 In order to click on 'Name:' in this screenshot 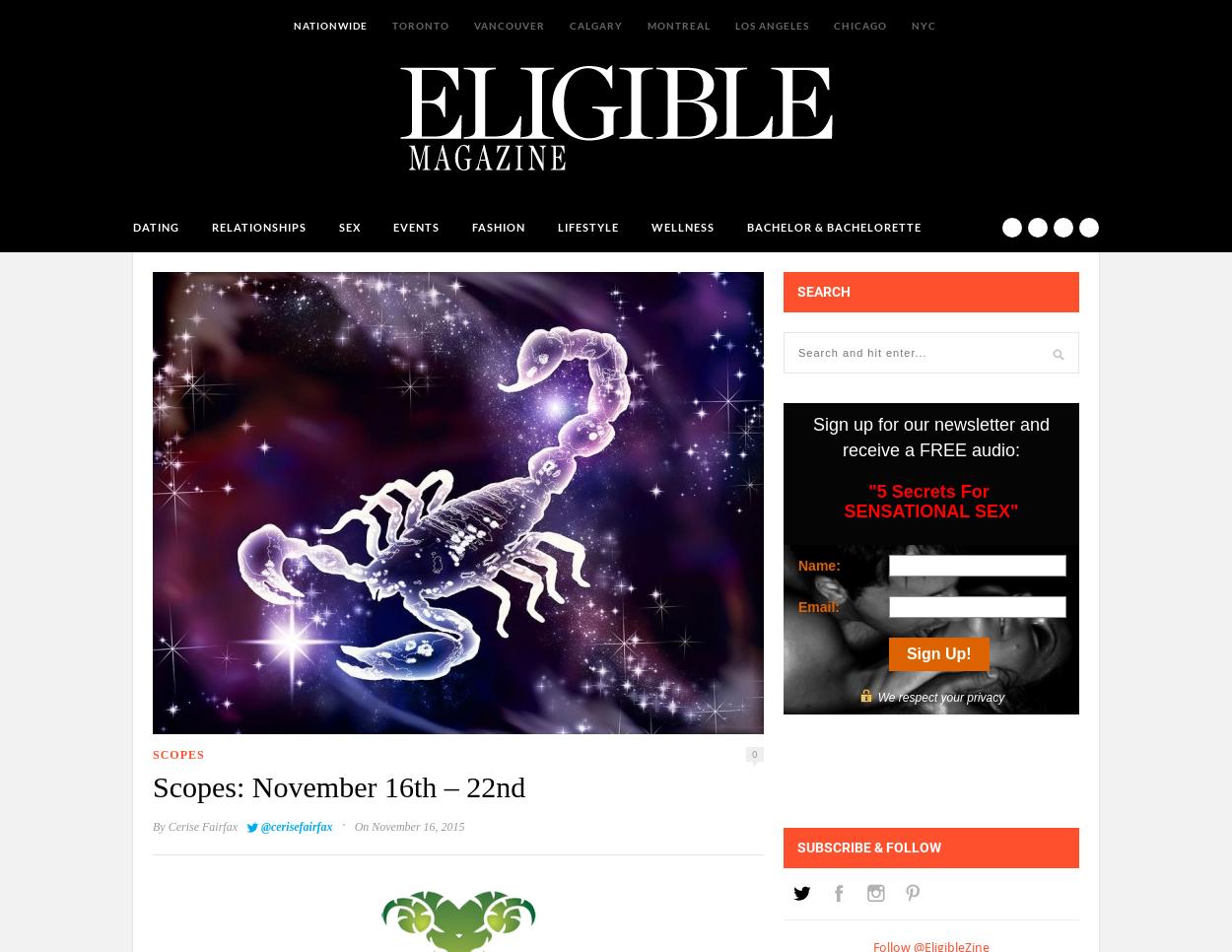, I will do `click(817, 564)`.